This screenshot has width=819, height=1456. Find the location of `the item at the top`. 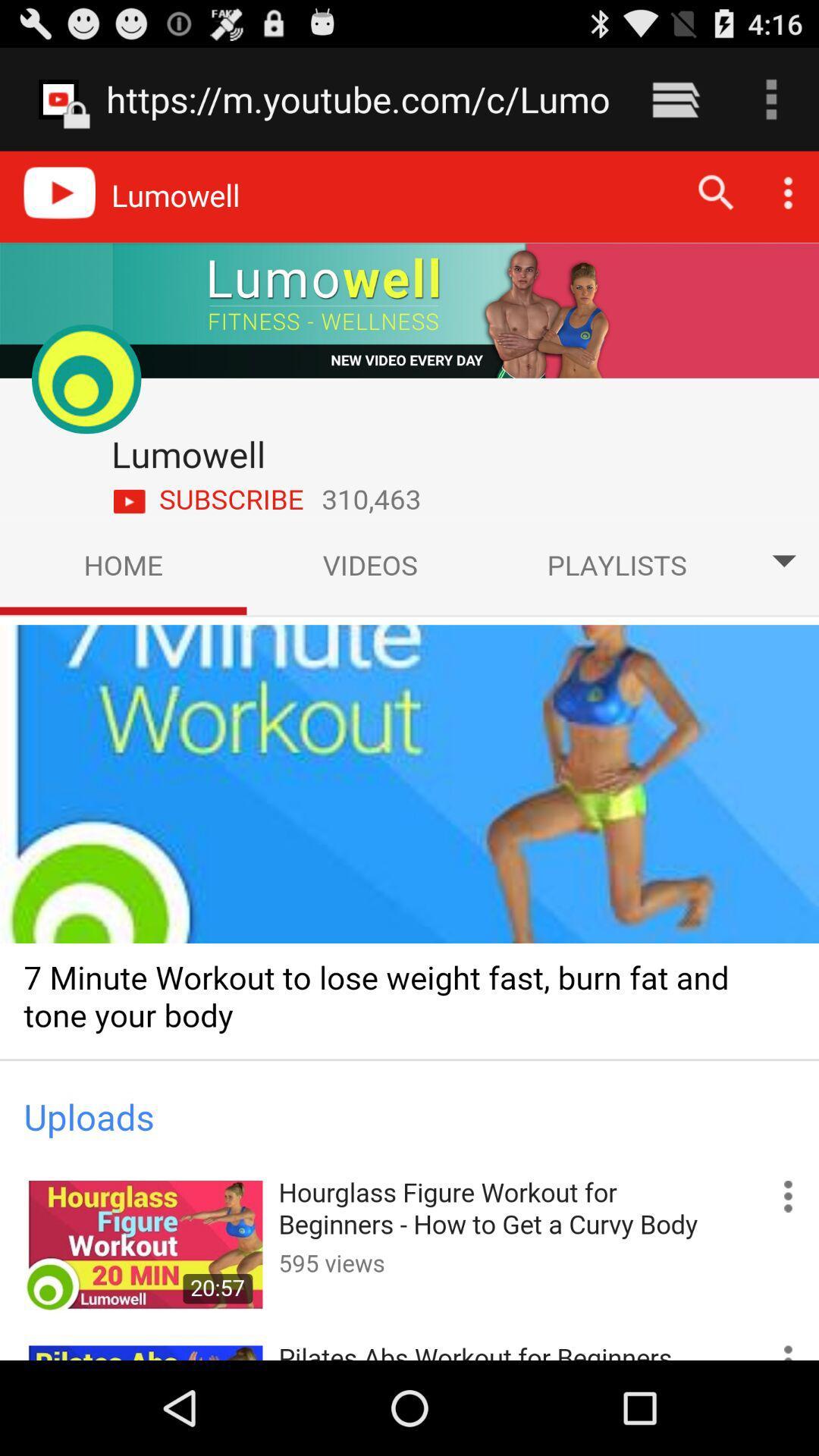

the item at the top is located at coordinates (358, 99).